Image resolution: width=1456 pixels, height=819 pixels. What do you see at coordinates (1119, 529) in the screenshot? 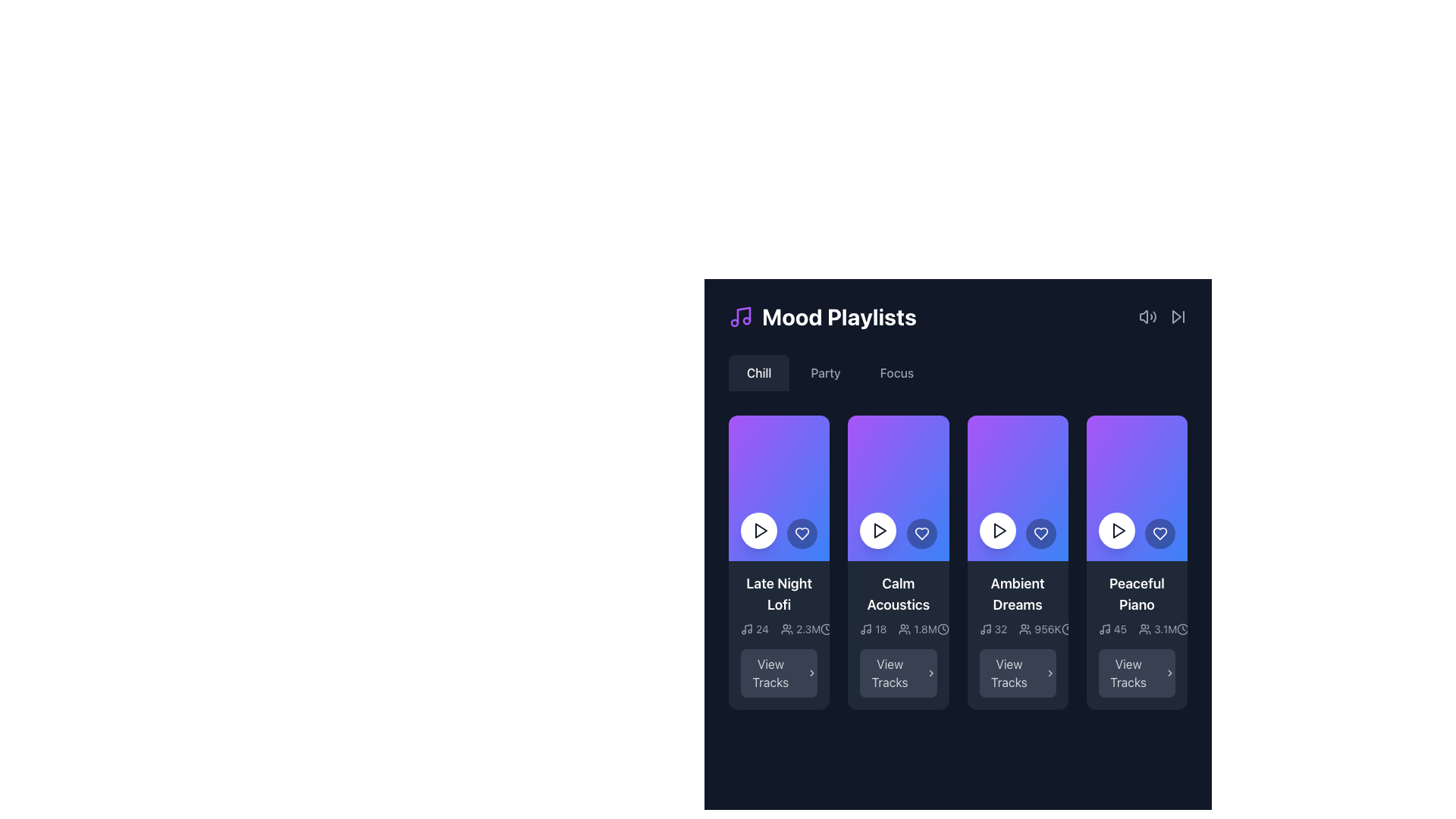
I see `the play button for 'Peaceful Piano' located` at bounding box center [1119, 529].